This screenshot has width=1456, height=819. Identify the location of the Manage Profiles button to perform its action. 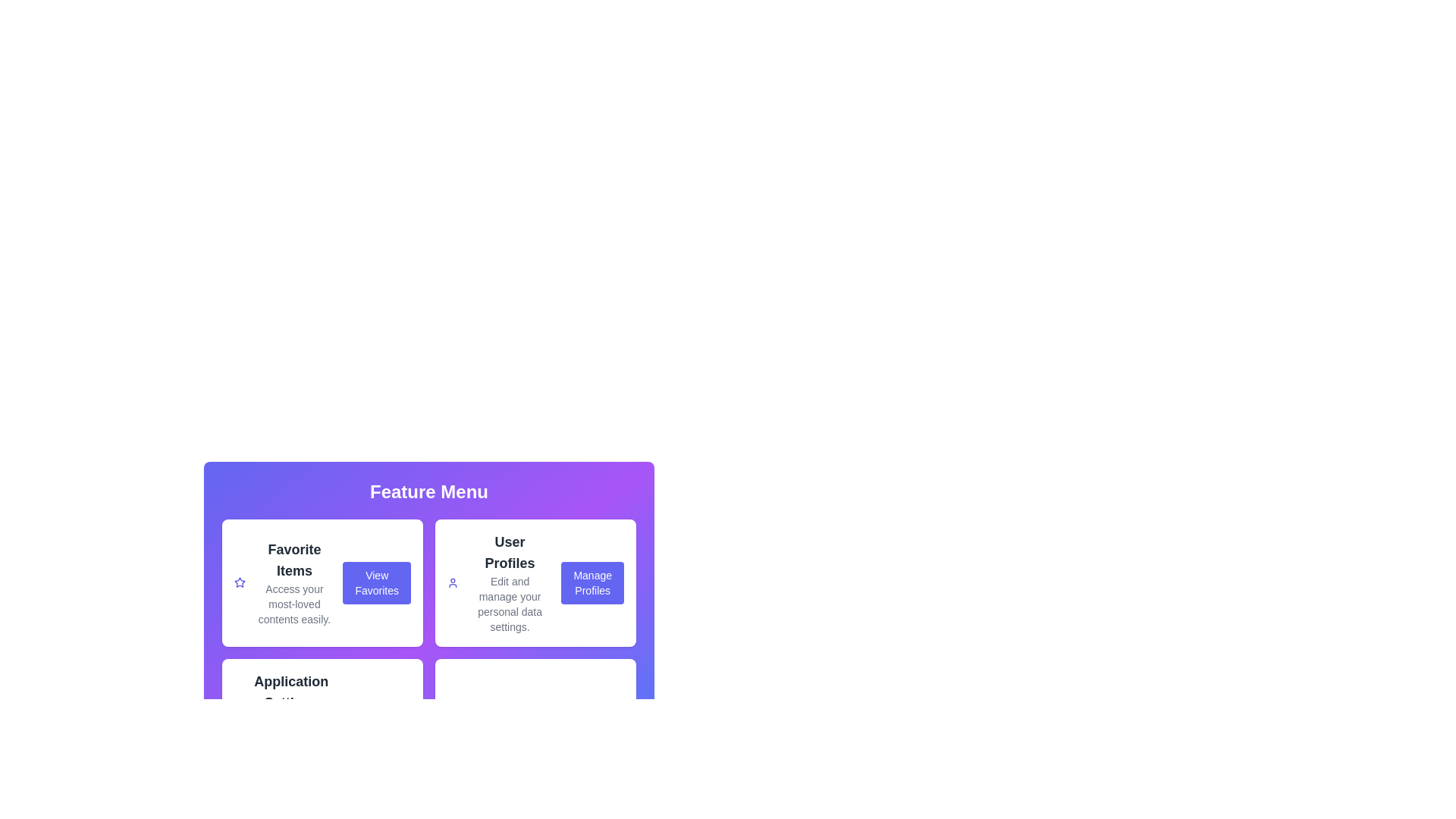
(591, 582).